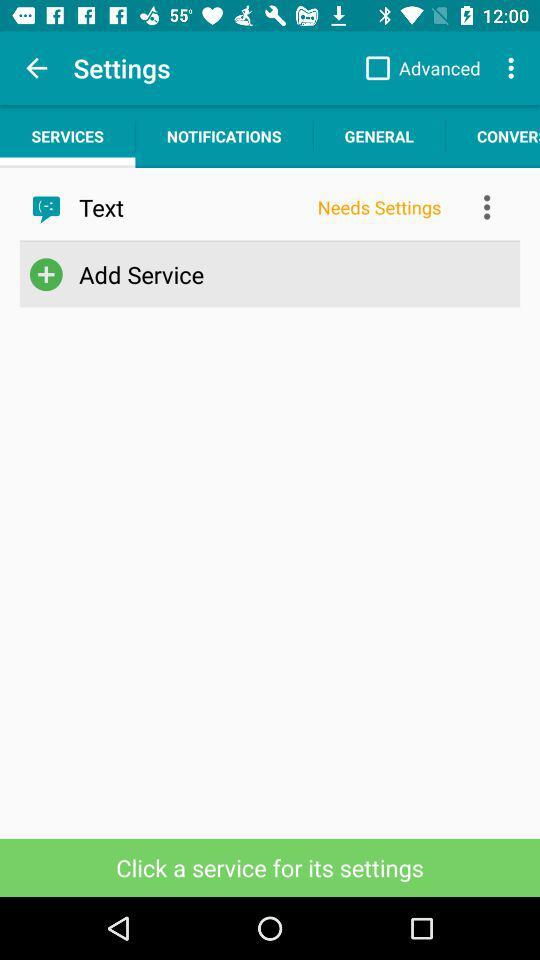 This screenshot has width=540, height=960. I want to click on the icon to the right of text item, so click(379, 207).